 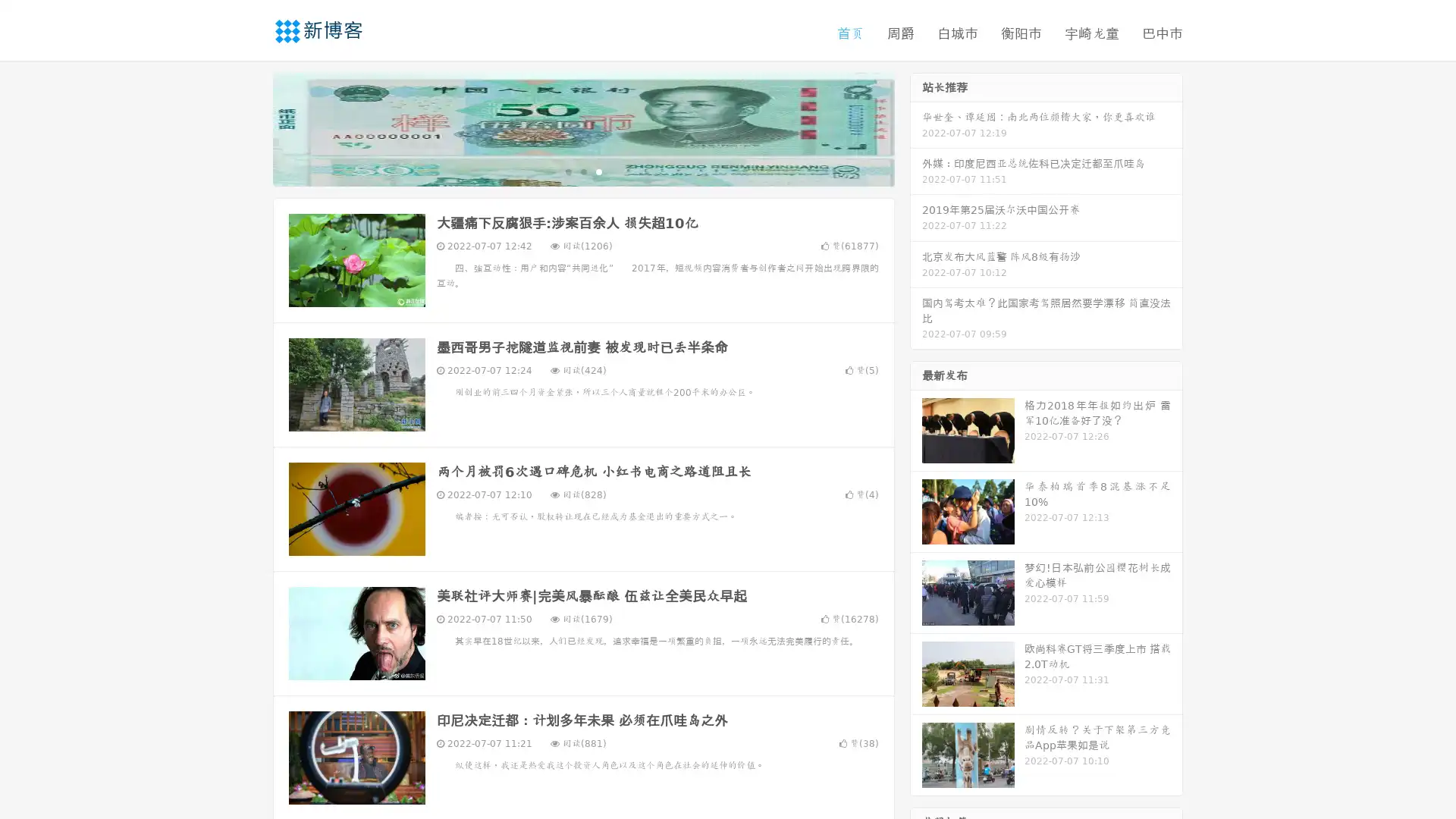 I want to click on Previous slide, so click(x=250, y=127).